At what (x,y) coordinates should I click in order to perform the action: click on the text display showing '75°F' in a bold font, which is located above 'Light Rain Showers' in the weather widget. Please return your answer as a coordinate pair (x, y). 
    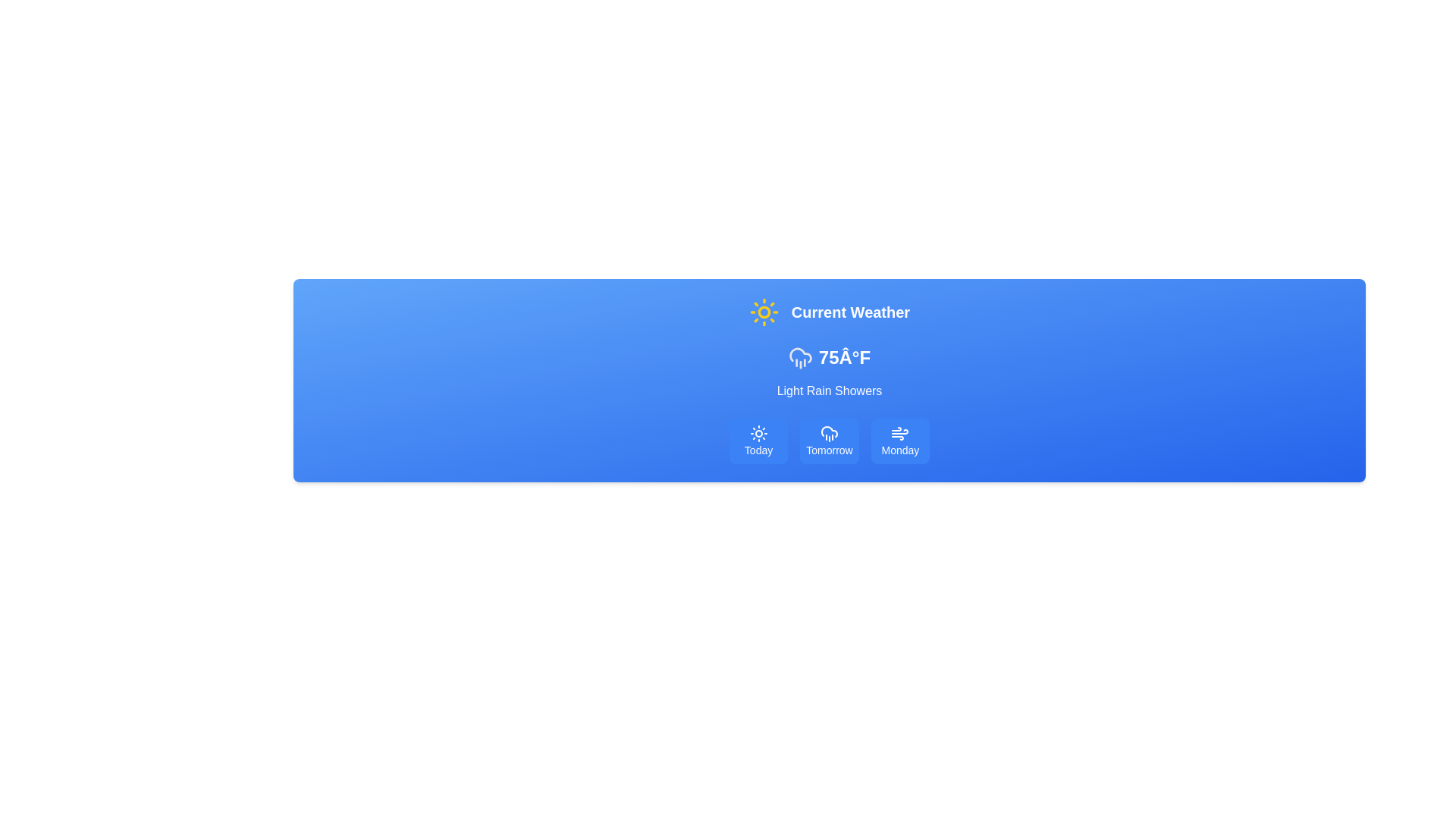
    Looking at the image, I should click on (829, 357).